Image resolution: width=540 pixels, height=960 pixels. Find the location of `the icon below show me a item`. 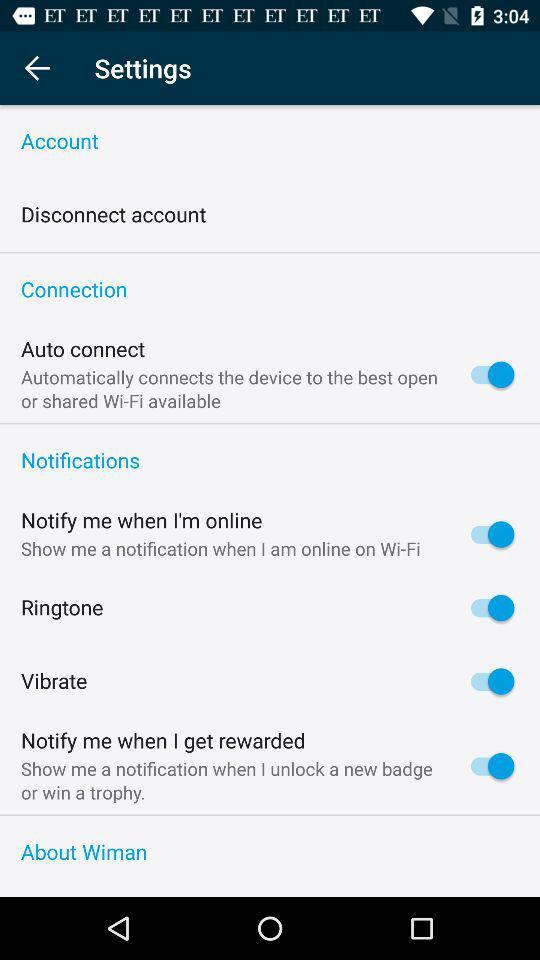

the icon below show me a item is located at coordinates (270, 815).